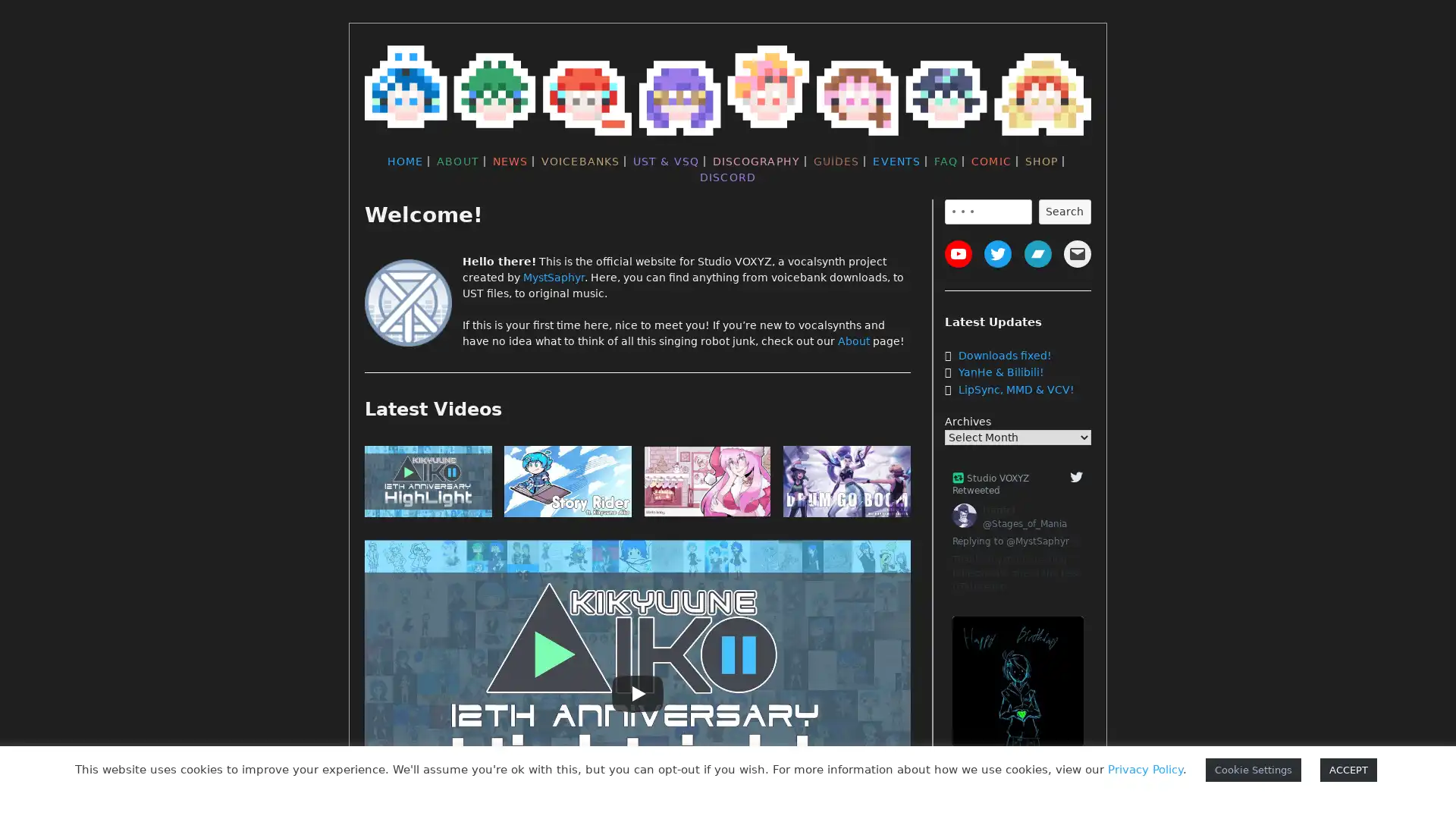 This screenshot has width=1456, height=819. What do you see at coordinates (566, 485) in the screenshot?
I see `play` at bounding box center [566, 485].